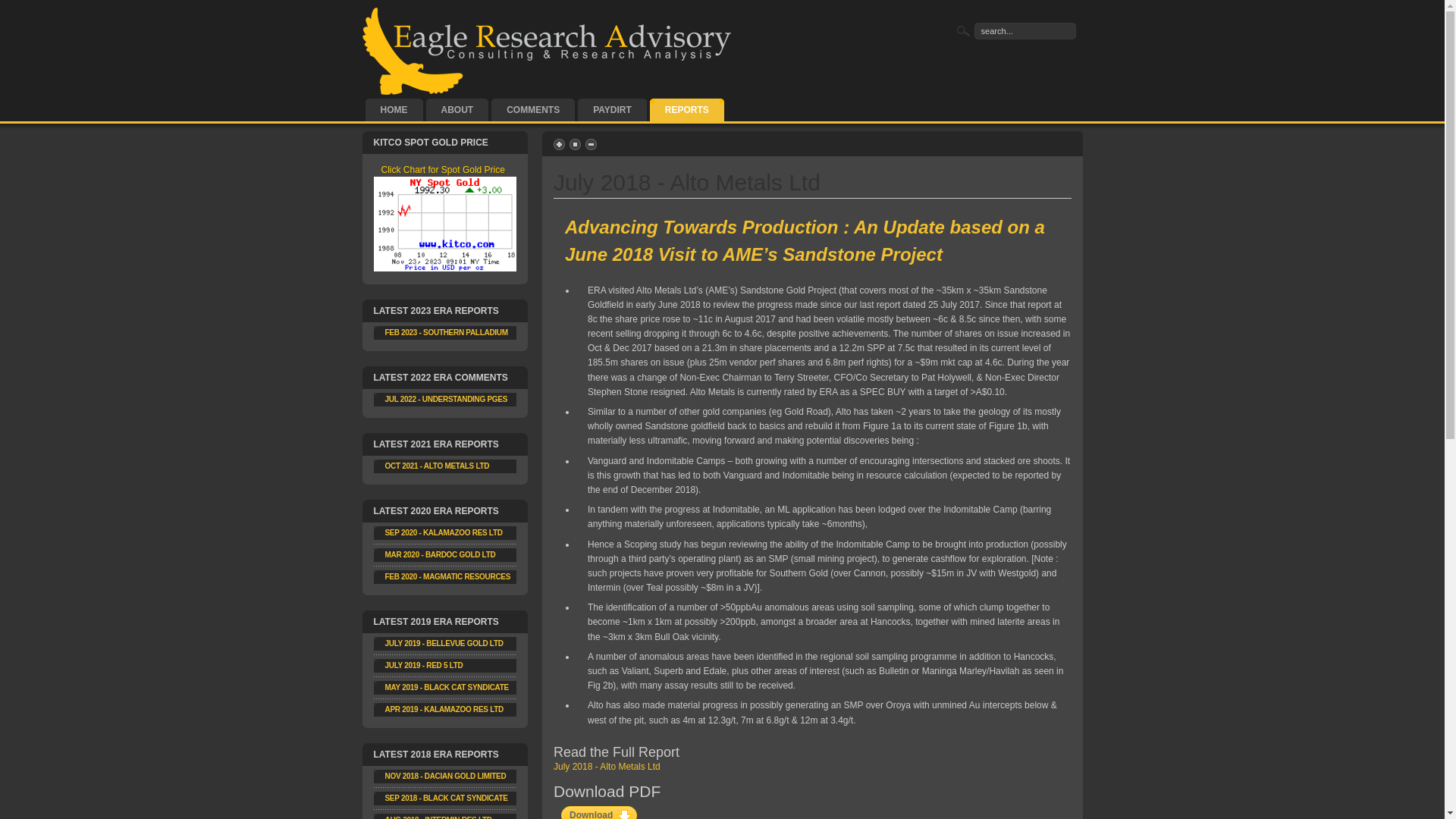  I want to click on 'FEB 2020 - MAGMATIC RESOURCES', so click(385, 576).